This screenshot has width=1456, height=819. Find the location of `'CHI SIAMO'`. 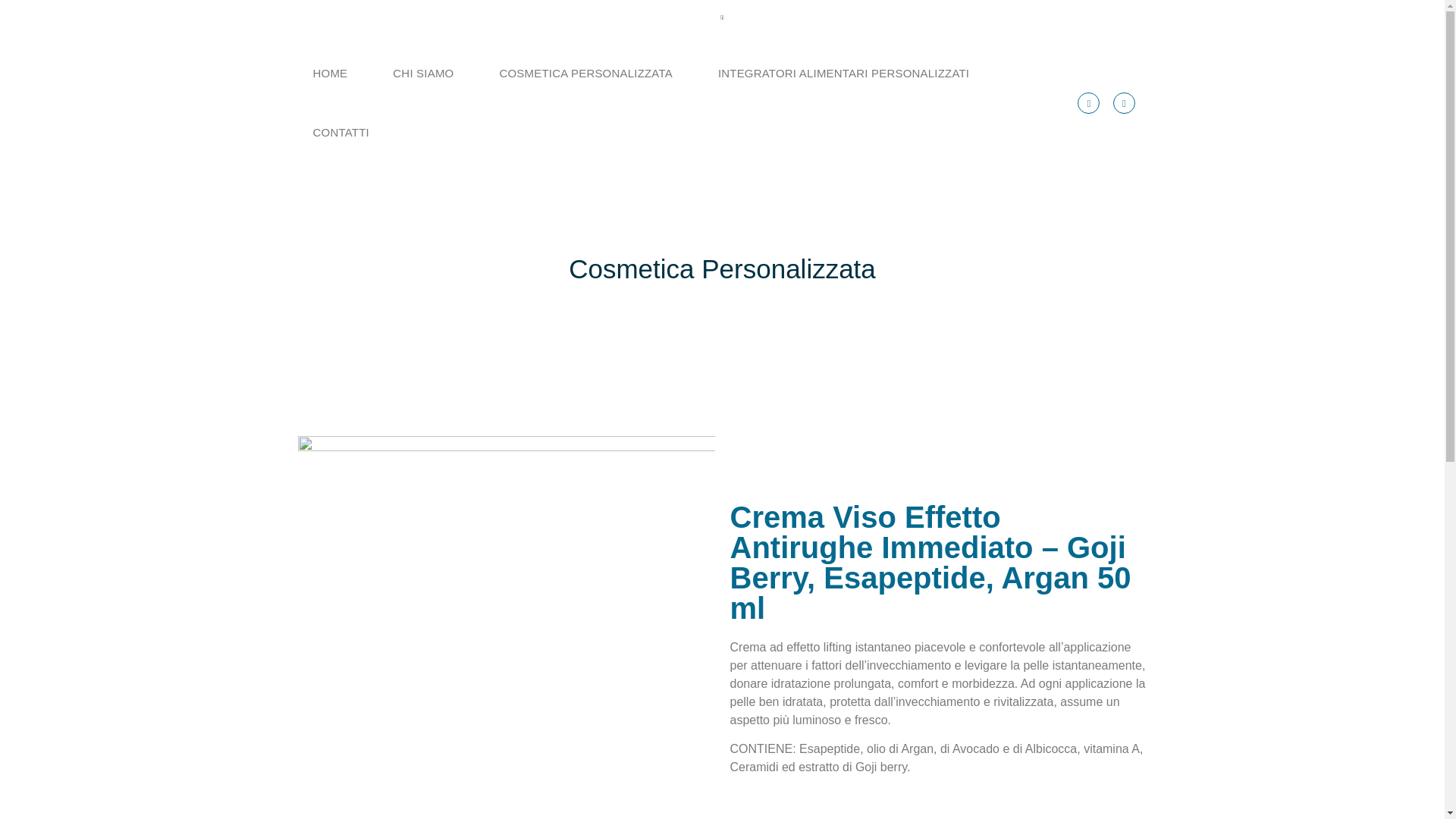

'CHI SIAMO' is located at coordinates (422, 73).